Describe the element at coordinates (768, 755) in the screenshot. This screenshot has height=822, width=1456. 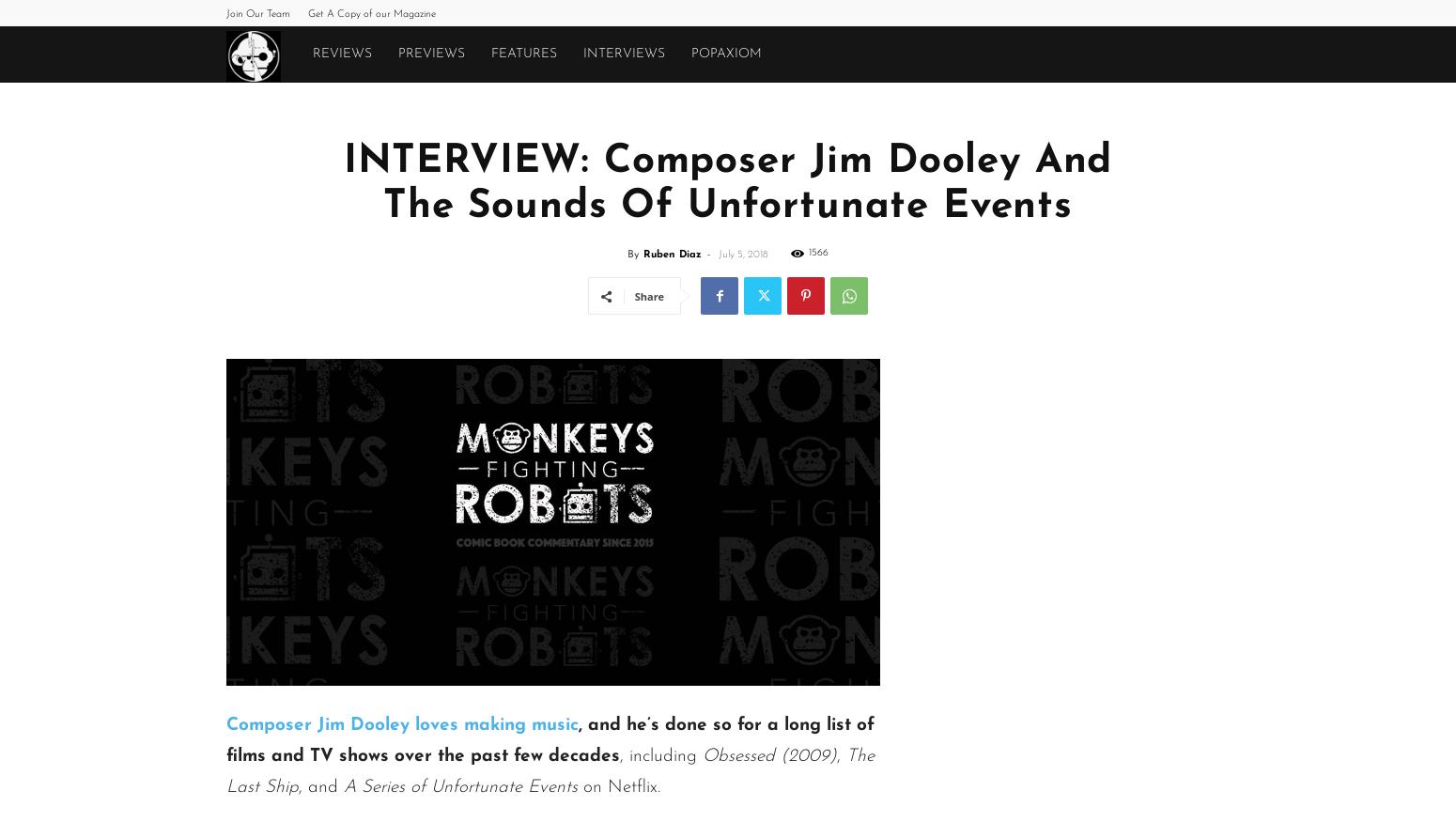
I see `'Obsessed (2009)'` at that location.